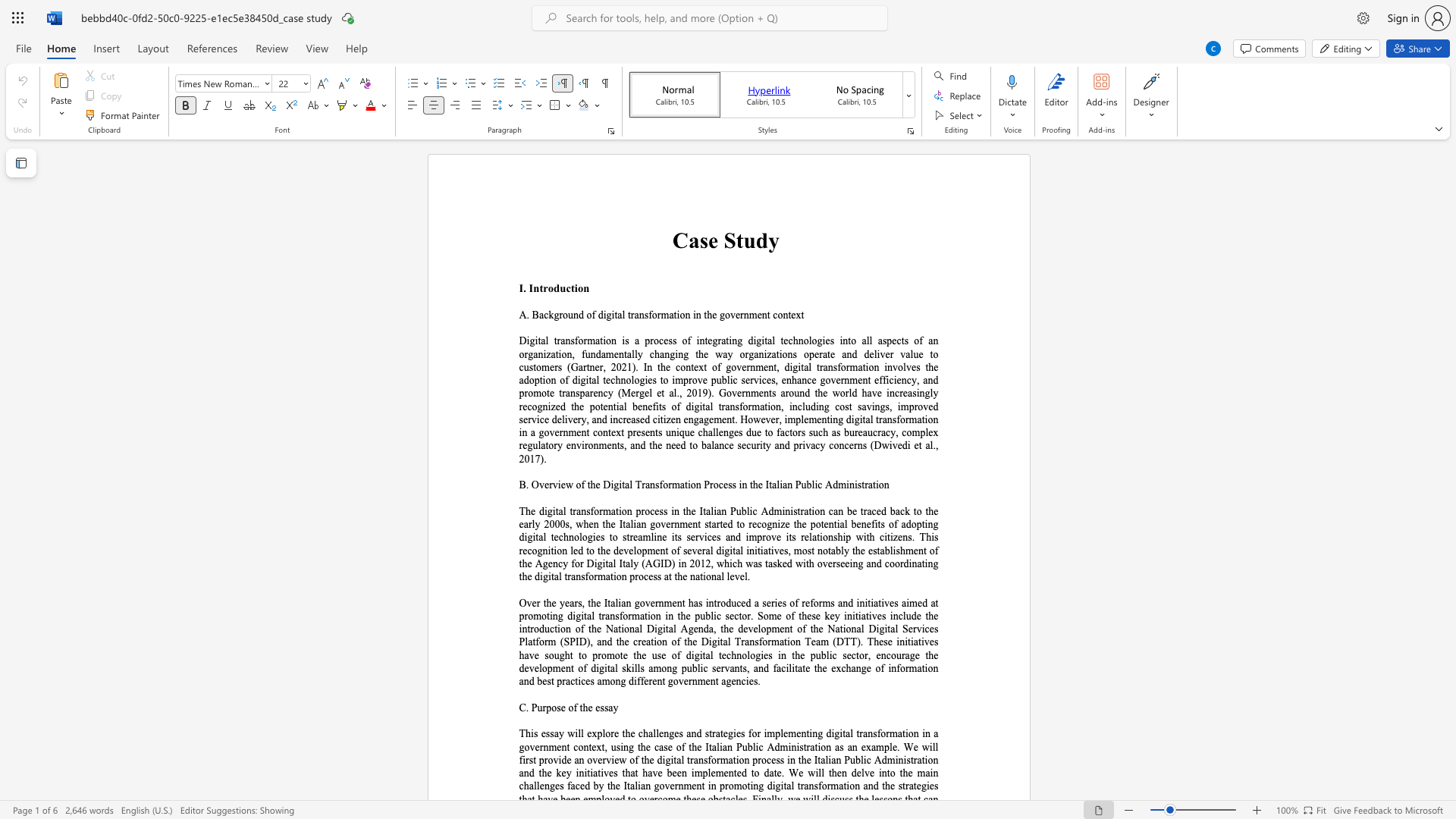  What do you see at coordinates (799, 406) in the screenshot?
I see `the 1th character "c" in the text` at bounding box center [799, 406].